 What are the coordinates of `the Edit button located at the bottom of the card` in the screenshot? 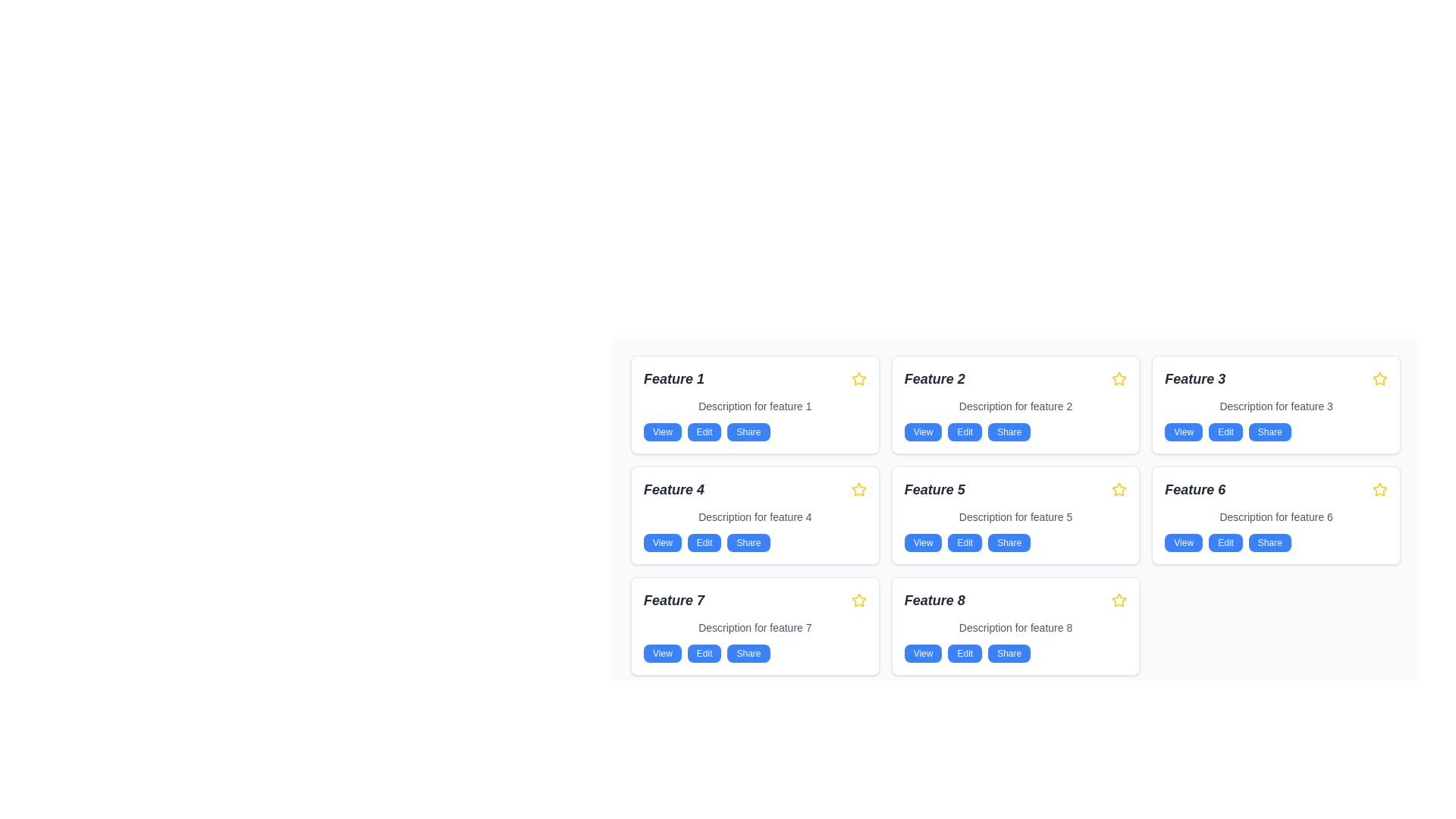 It's located at (704, 432).